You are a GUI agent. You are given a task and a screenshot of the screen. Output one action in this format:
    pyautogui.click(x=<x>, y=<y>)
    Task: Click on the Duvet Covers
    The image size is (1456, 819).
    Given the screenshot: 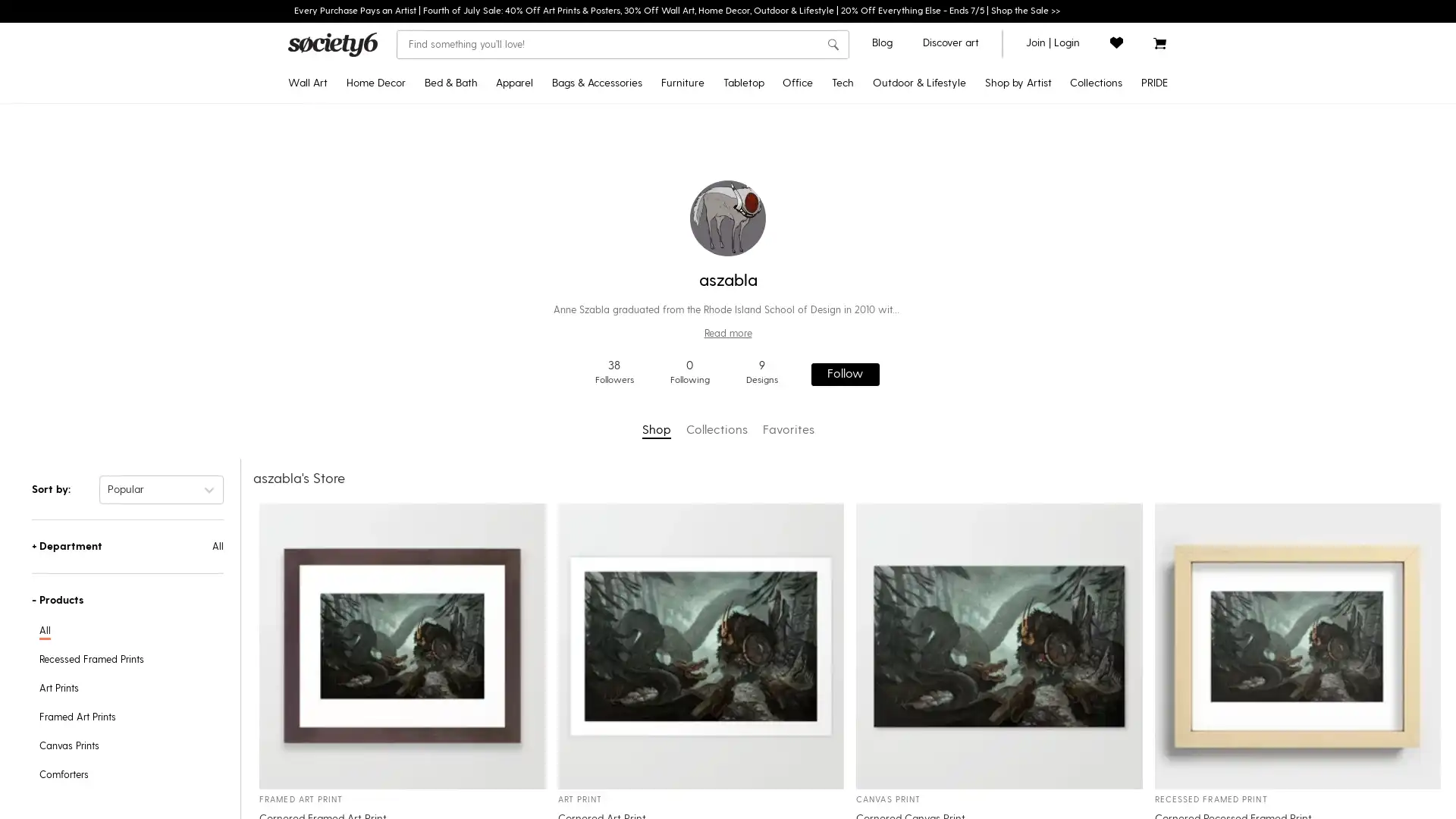 What is the action you would take?
    pyautogui.click(x=483, y=146)
    